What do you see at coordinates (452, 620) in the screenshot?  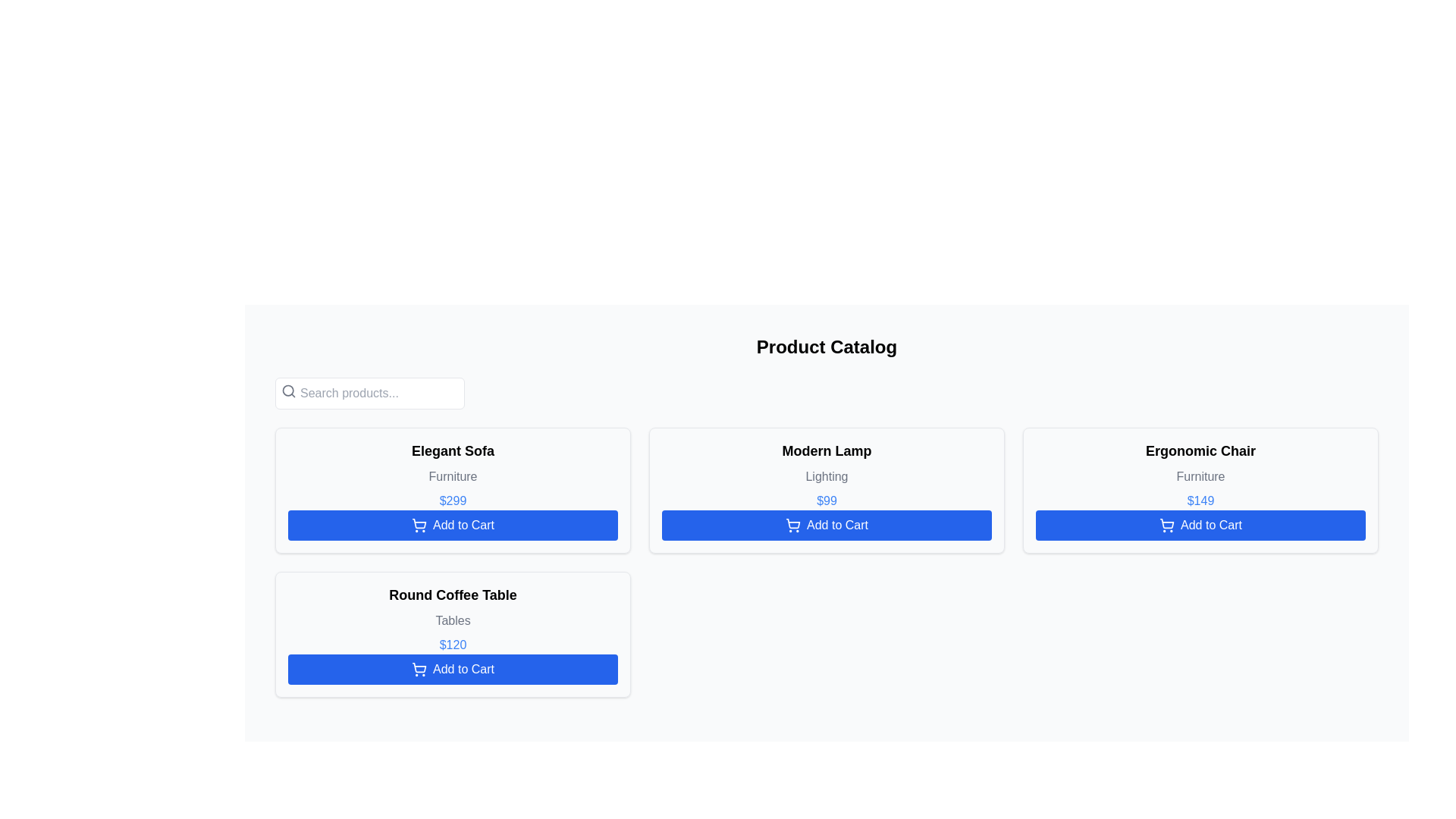 I see `the static text label displaying 'Tables' in light gray color, located below the 'Round Coffee Table' title and above the price section` at bounding box center [452, 620].